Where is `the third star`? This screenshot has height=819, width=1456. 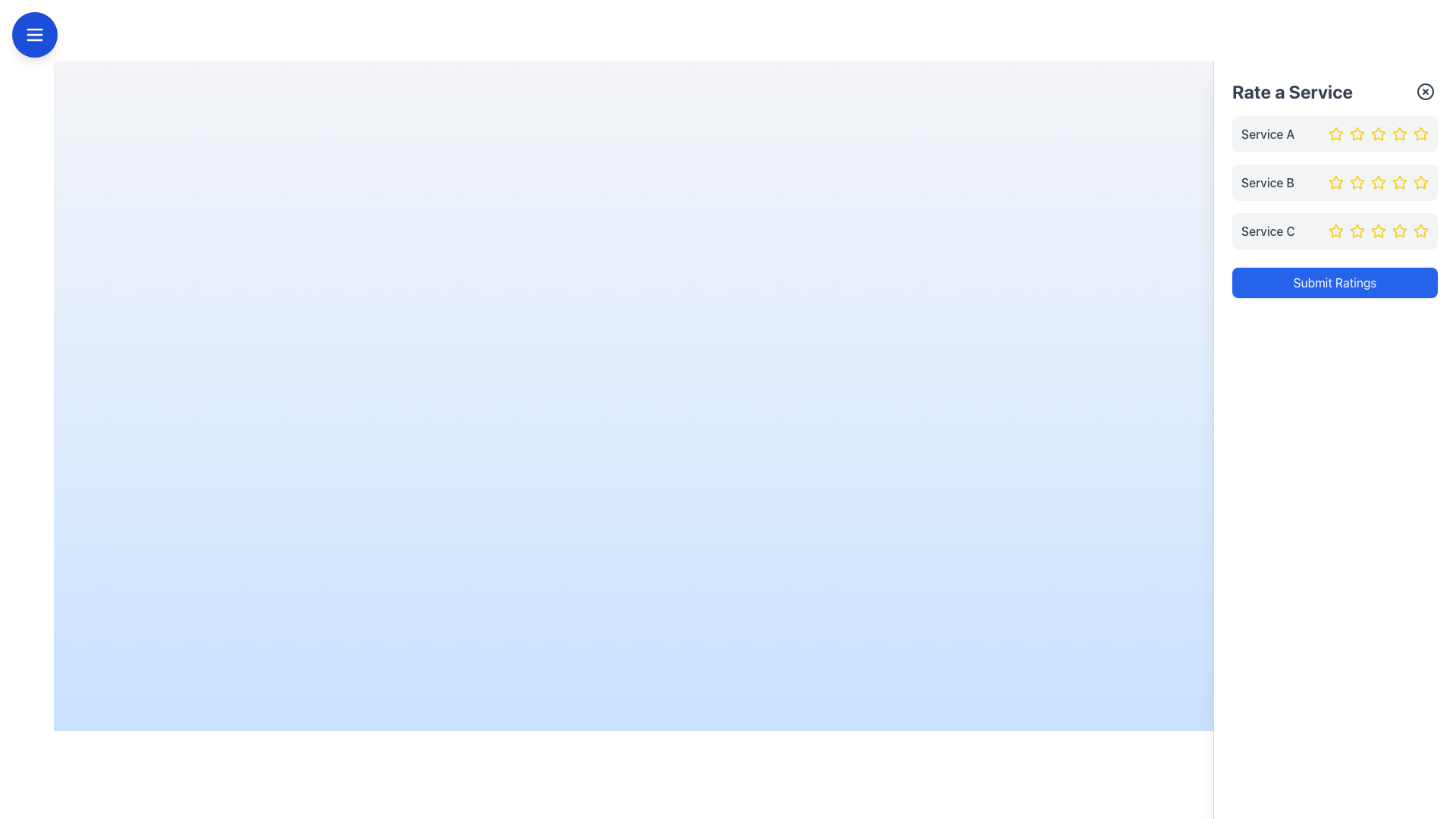 the third star is located at coordinates (1357, 231).